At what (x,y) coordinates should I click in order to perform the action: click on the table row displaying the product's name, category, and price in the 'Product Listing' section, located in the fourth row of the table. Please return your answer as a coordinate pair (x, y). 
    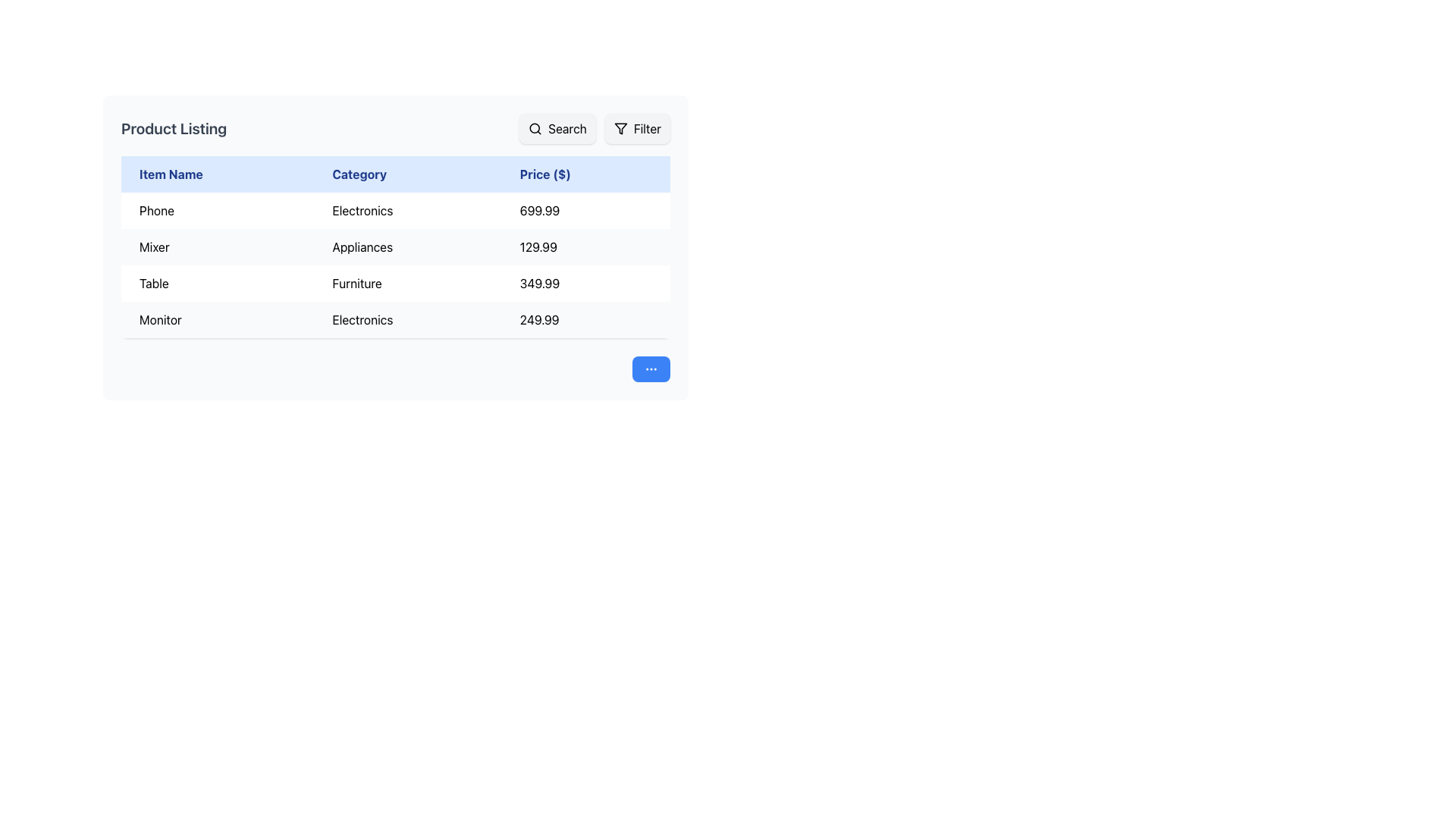
    Looking at the image, I should click on (396, 318).